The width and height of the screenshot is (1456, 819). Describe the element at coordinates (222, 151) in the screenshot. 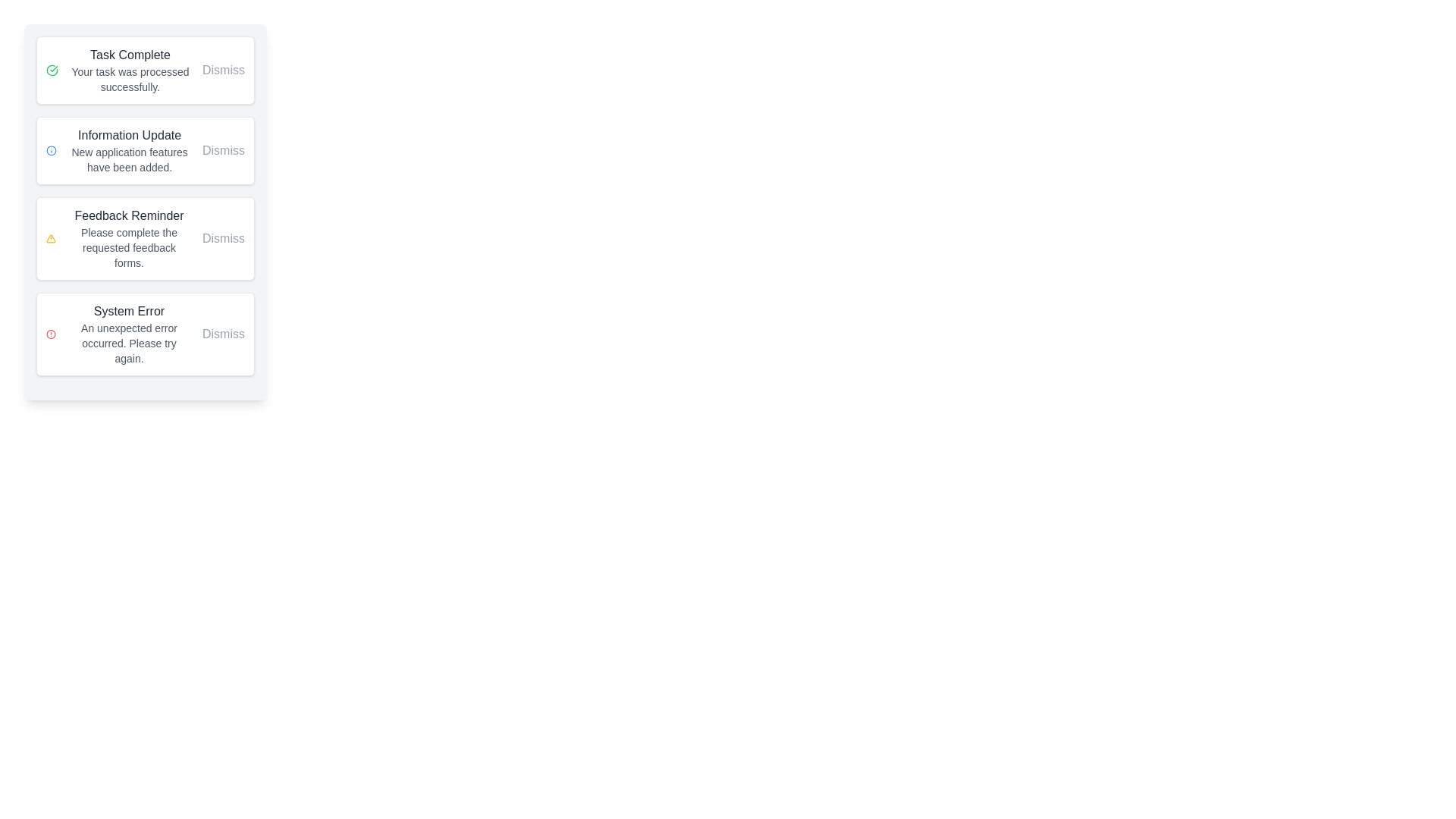

I see `the 'Dismiss' LinkButton, which is a gray text label styled as a clickable link located on the far right side of the second notification block from the top` at that location.